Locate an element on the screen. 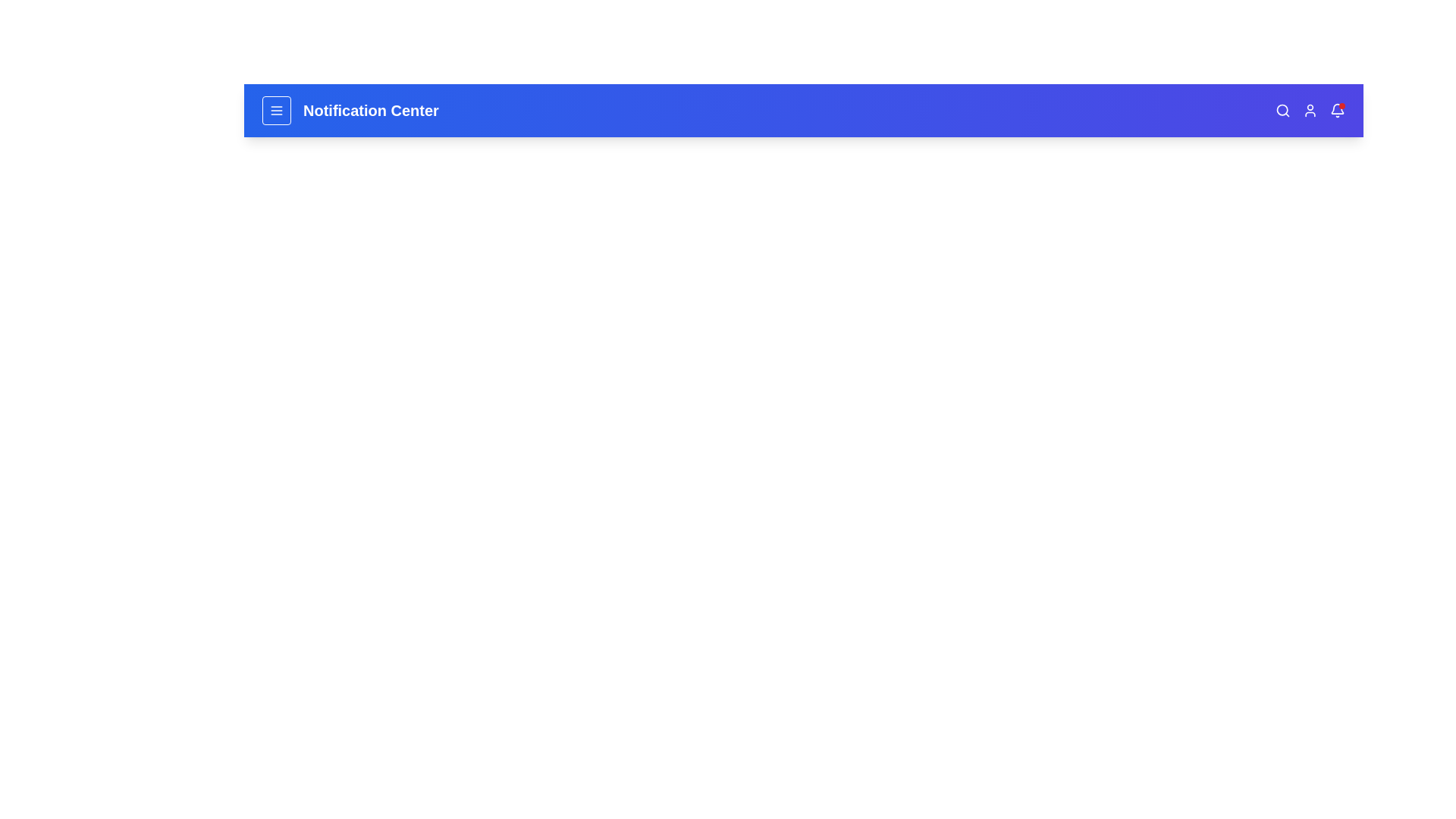 Image resolution: width=1456 pixels, height=819 pixels. the user icon to access the user profile is located at coordinates (1310, 110).